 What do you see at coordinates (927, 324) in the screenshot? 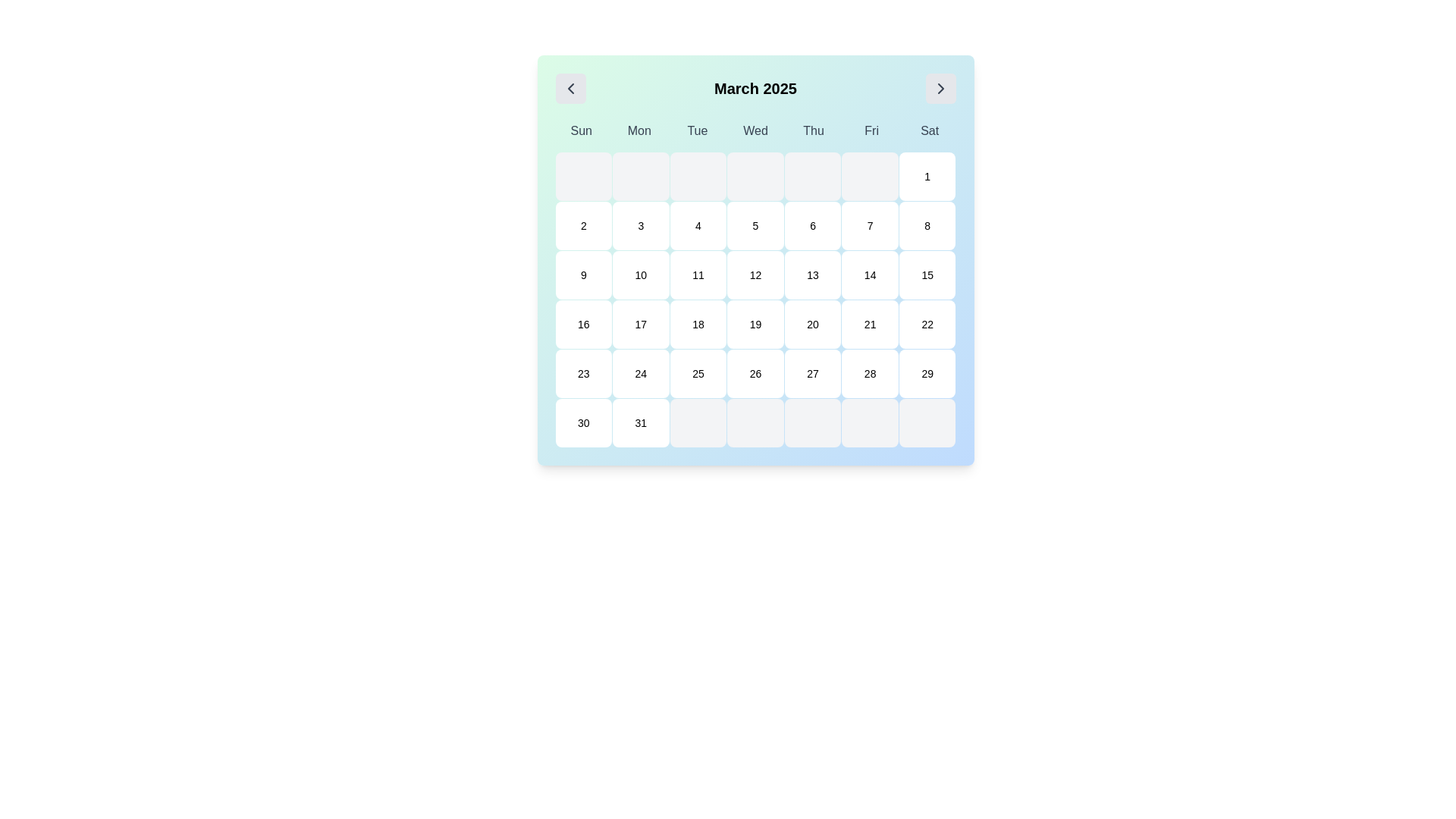
I see `the square button displaying the number '22' in black, located in the sixth row and sixth column of the calendar grid, to activate the hover effect` at bounding box center [927, 324].